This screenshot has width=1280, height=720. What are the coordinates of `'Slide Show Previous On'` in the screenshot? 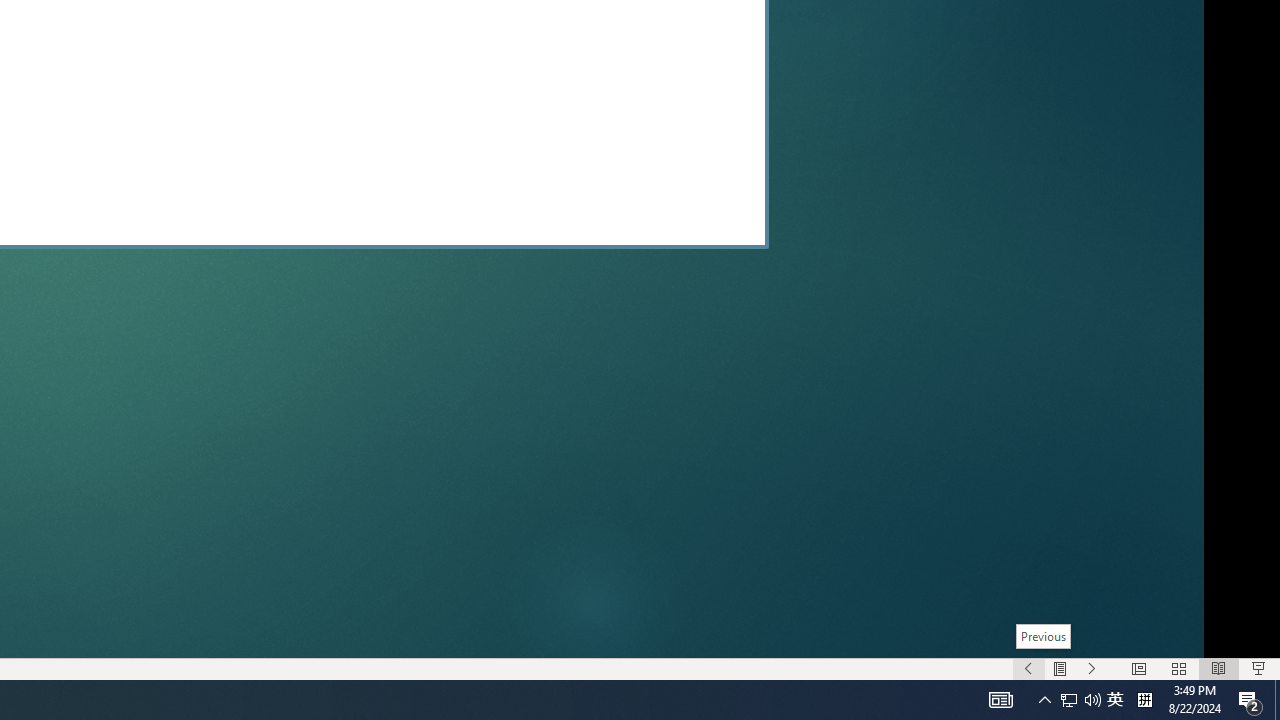 It's located at (1028, 669).